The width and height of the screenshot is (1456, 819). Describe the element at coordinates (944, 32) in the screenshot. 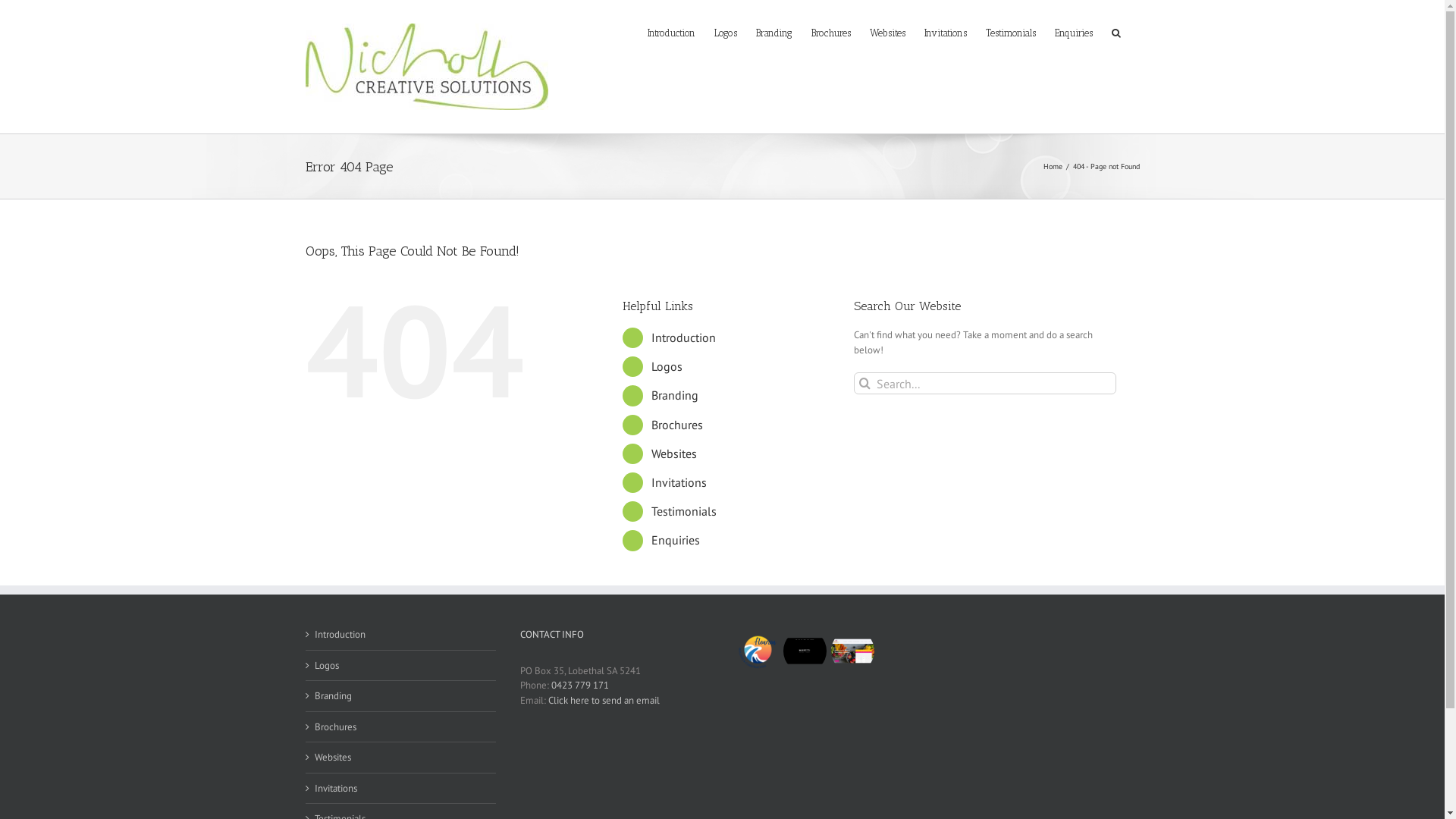

I see `'Invitations'` at that location.